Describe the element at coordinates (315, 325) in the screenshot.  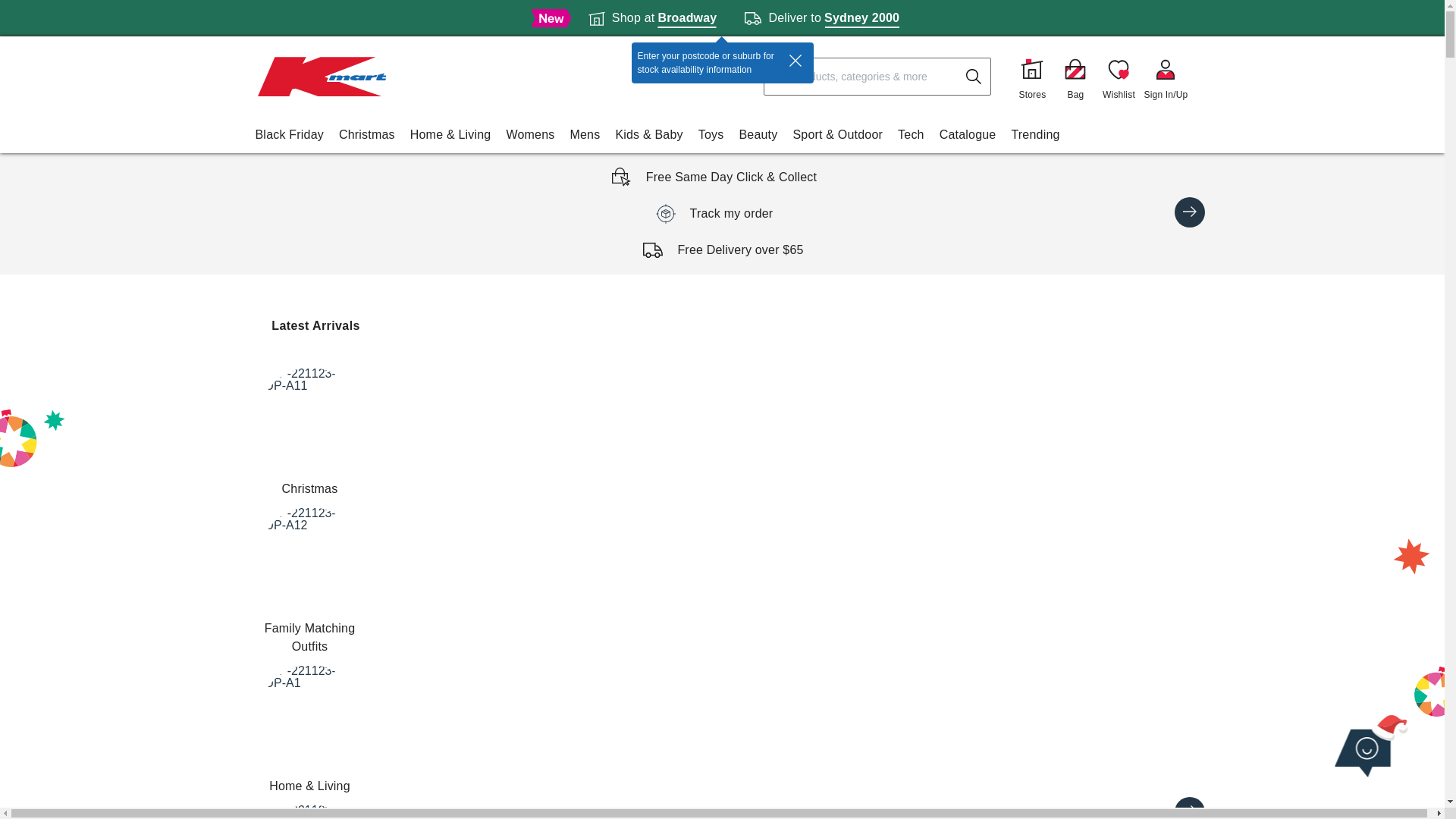
I see `'Latest Arrivals'` at that location.